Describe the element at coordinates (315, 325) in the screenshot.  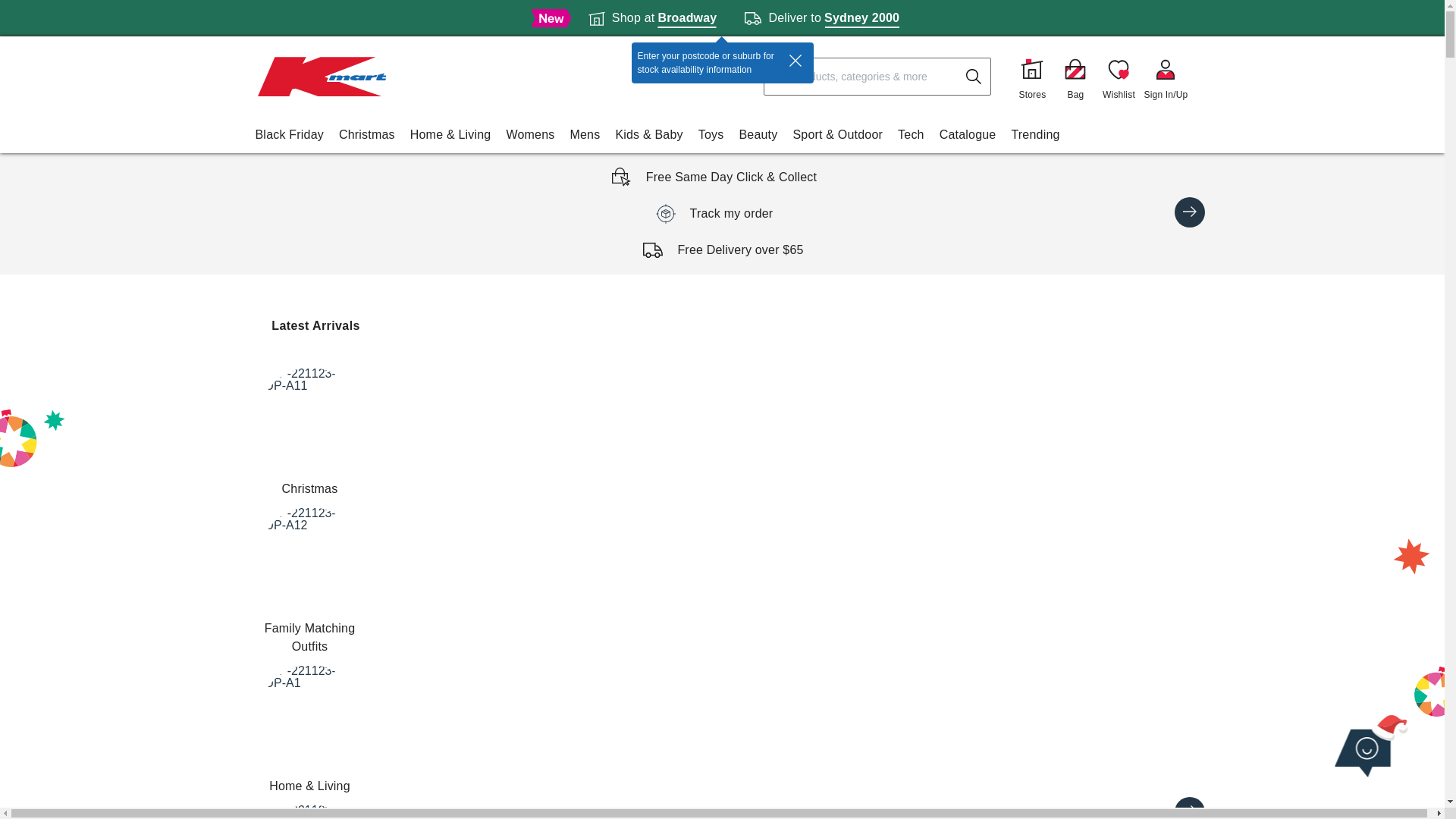
I see `'Latest Arrivals'` at that location.